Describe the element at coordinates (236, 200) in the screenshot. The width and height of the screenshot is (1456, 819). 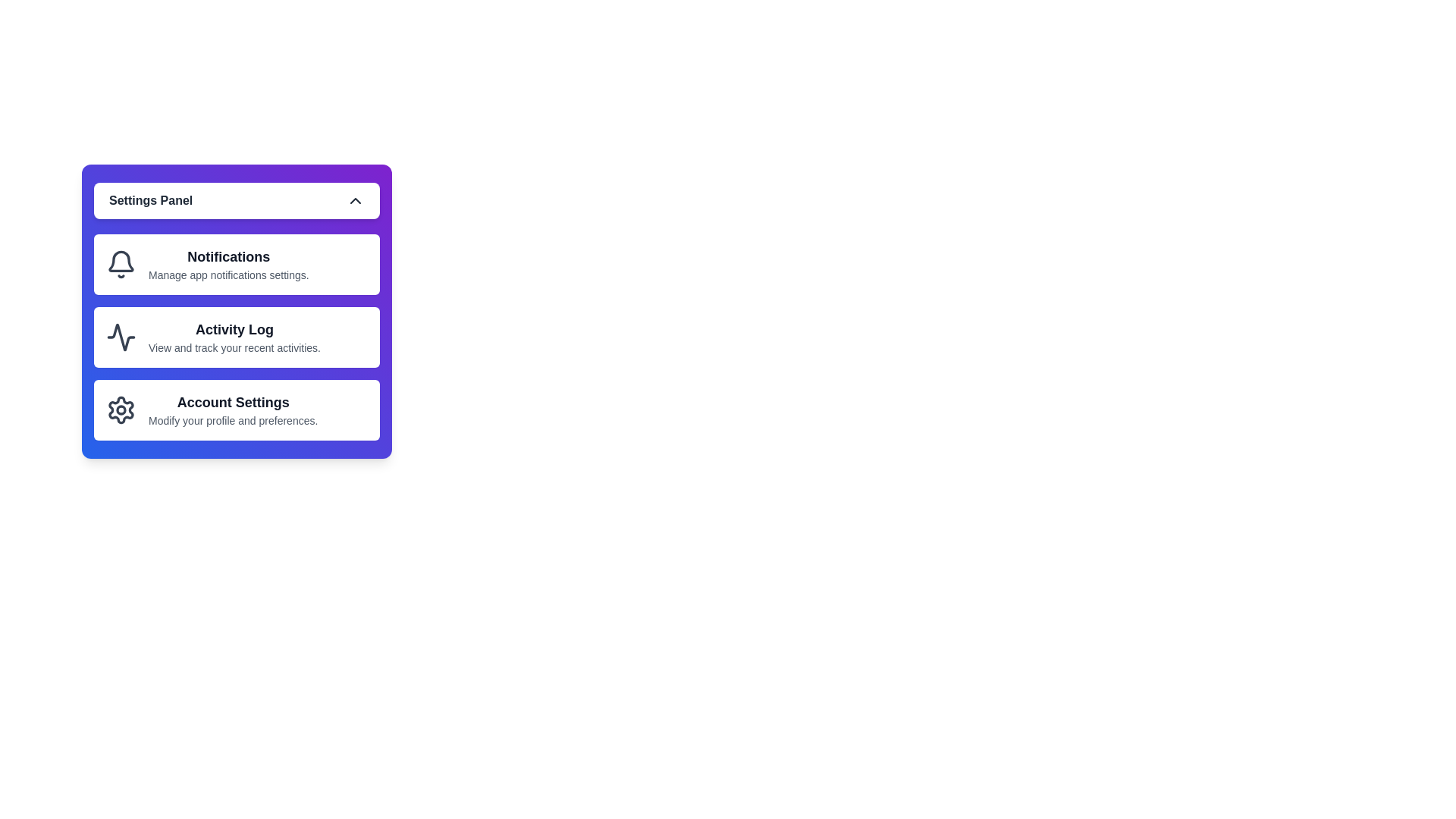
I see `the 'Settings Panel' button to toggle the panel's state` at that location.